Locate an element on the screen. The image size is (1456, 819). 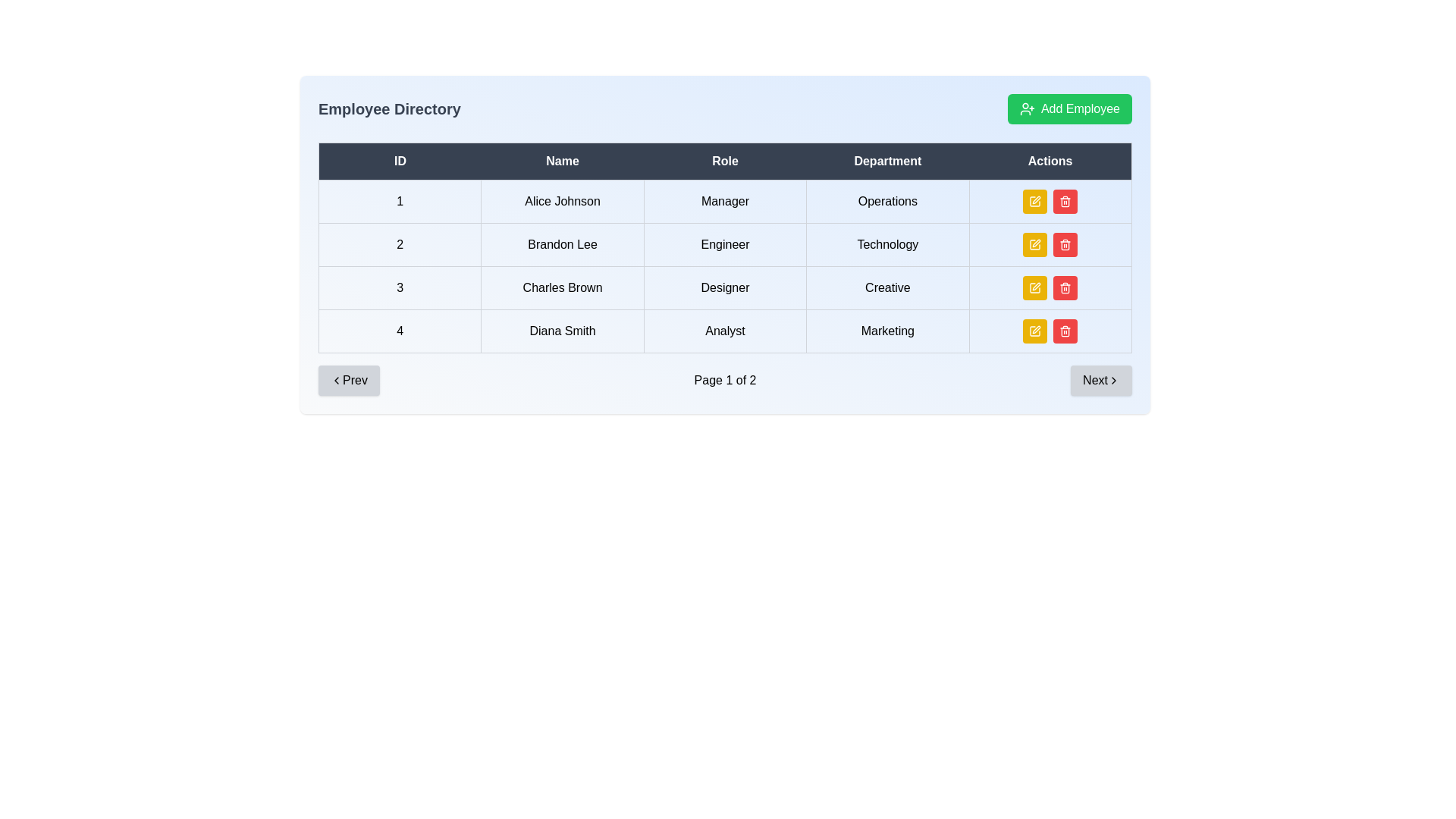
the delete button located in the 'Actions' column of the last row of the table is located at coordinates (1065, 201).